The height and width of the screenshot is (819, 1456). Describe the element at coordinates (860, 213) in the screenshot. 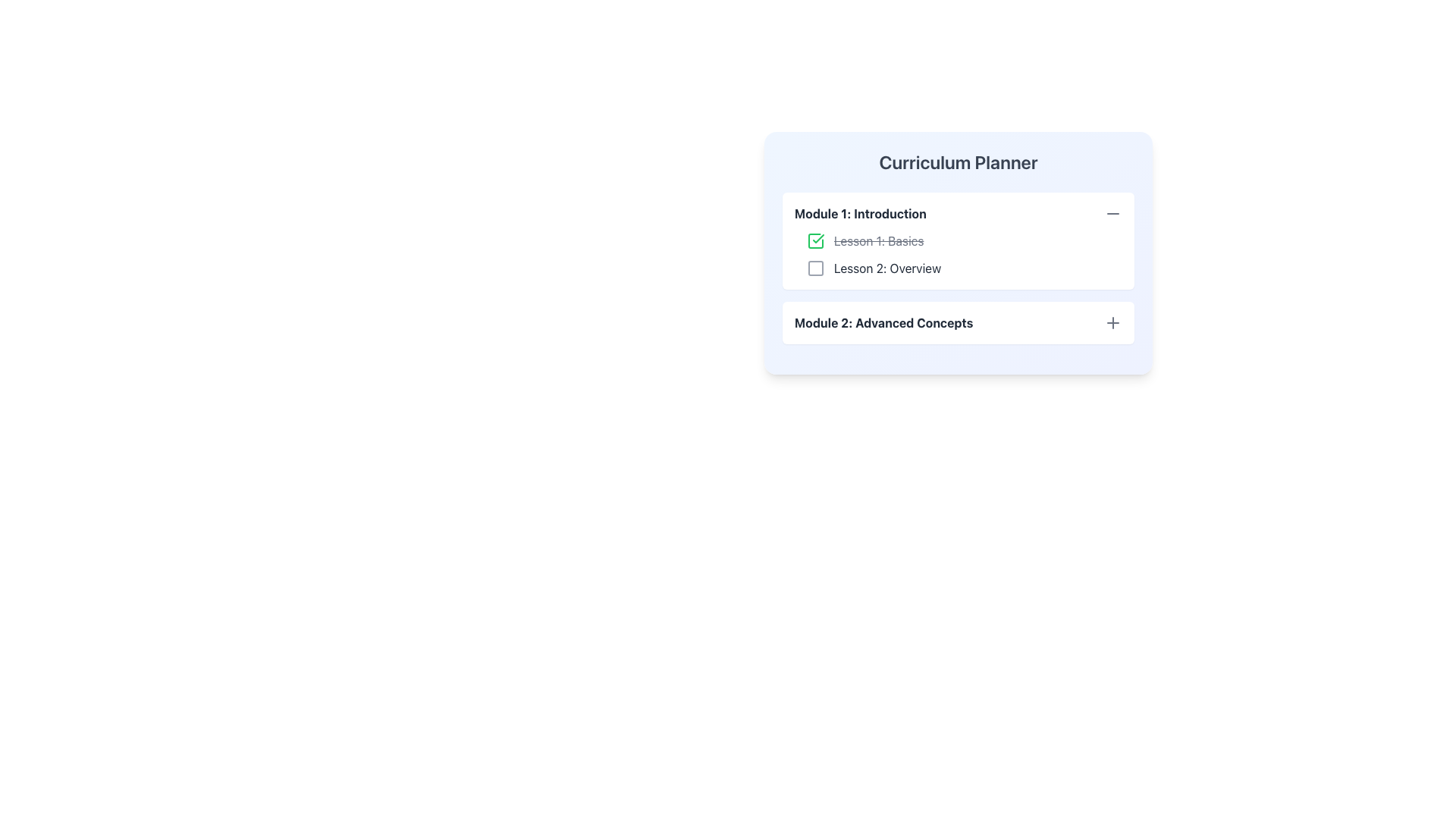

I see `the static text element that serves as the header for 'Module 1: Introduction', located in the top-left corner of the module section` at that location.